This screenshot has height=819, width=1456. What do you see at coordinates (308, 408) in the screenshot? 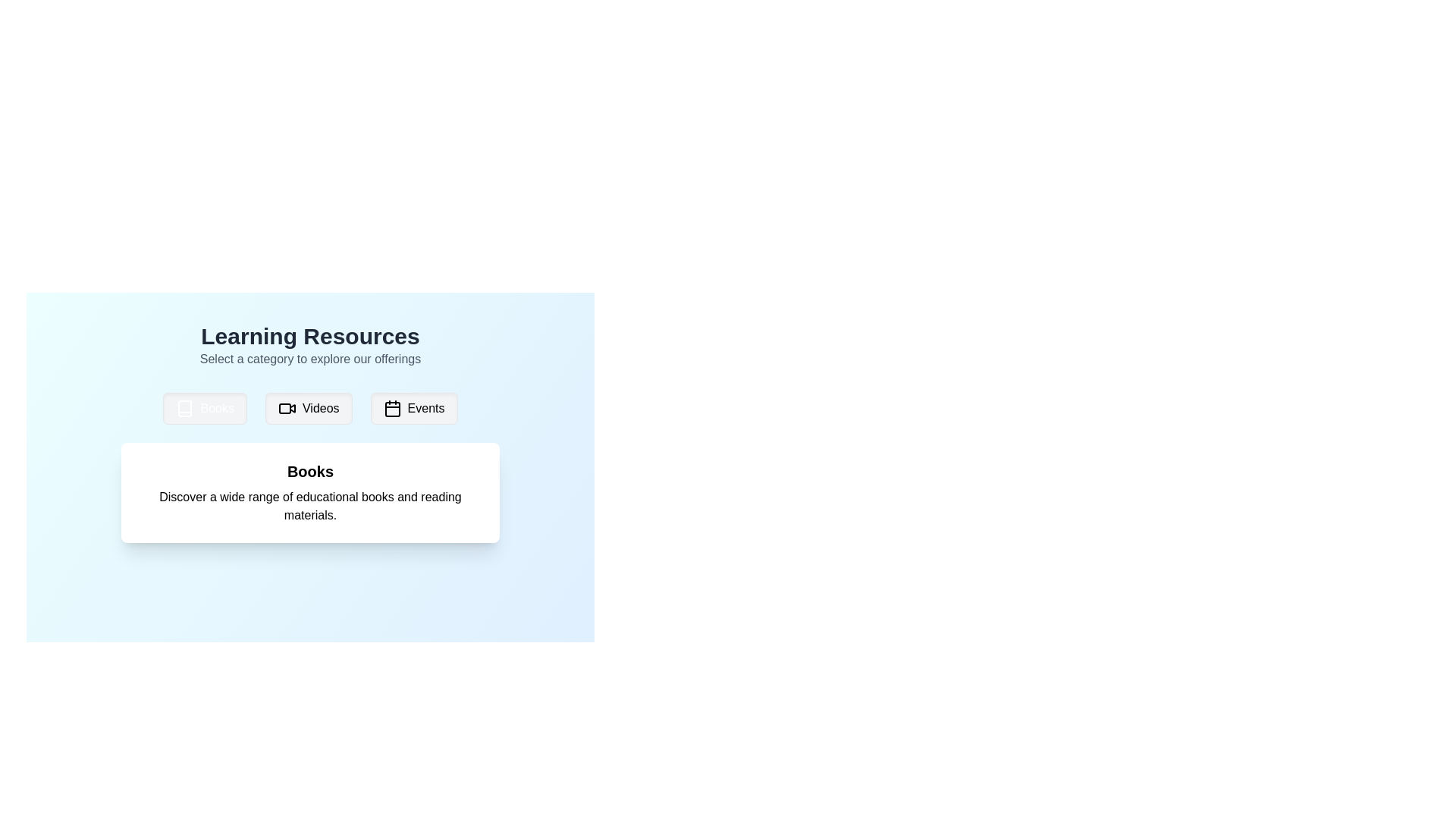
I see `the 'Videos' button, which is located in the middle of a horizontal row of three buttons beneath the 'Learning Resources' header, to trigger a visual effect` at bounding box center [308, 408].